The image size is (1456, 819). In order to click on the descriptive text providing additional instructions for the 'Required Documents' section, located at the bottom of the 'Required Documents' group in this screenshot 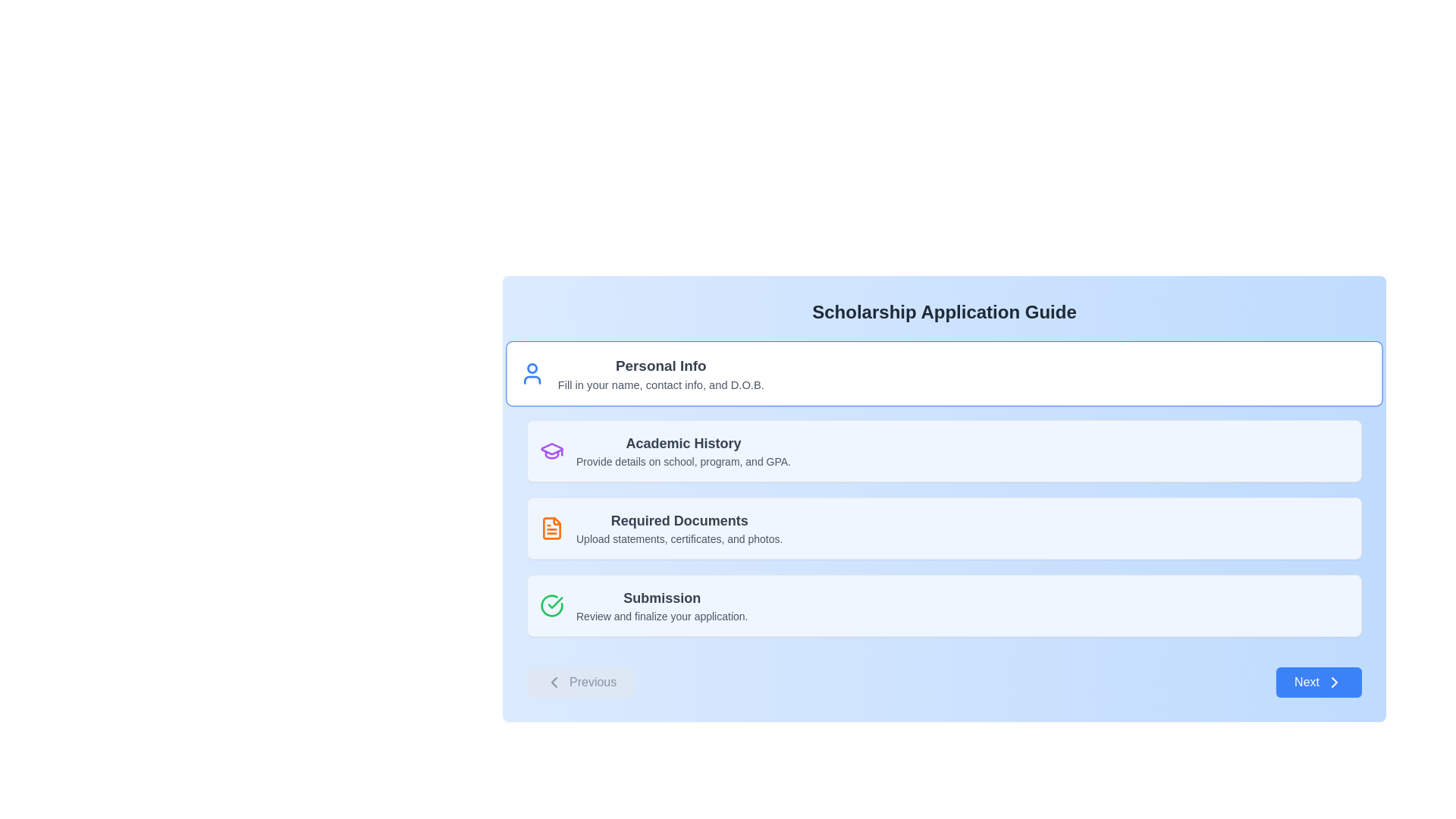, I will do `click(679, 538)`.